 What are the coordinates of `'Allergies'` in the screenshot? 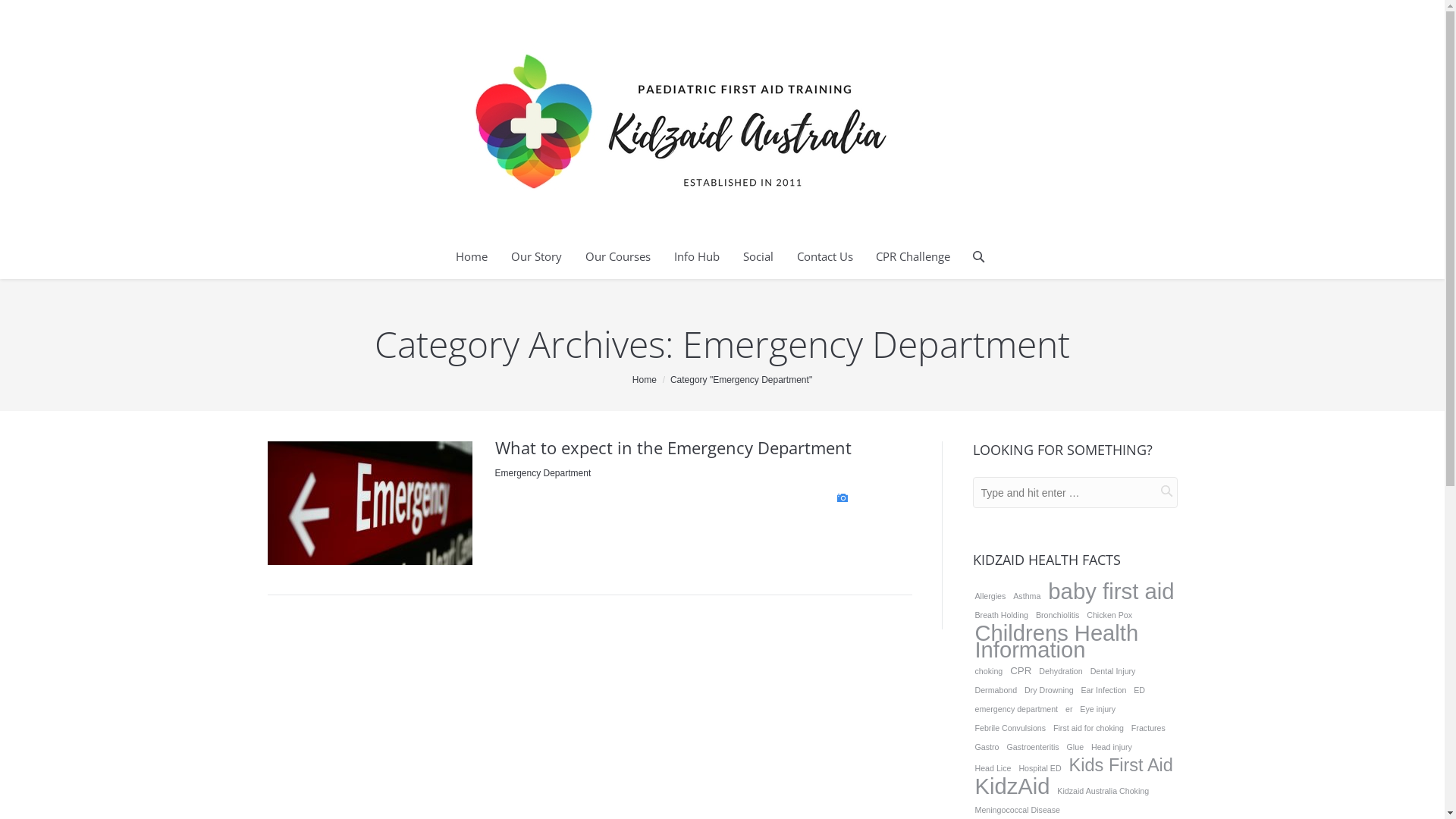 It's located at (990, 595).